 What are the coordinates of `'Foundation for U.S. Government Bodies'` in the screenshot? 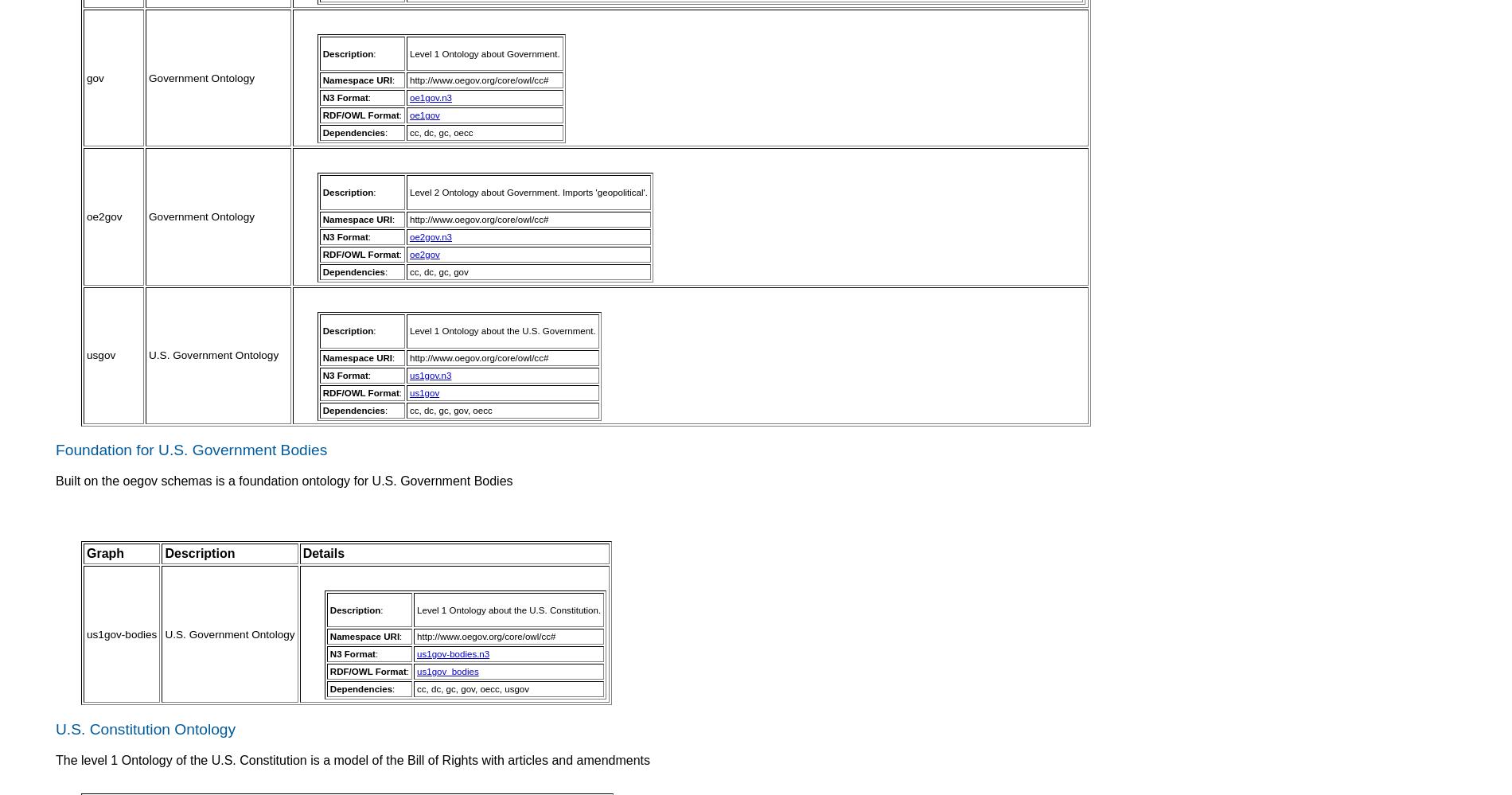 It's located at (190, 450).